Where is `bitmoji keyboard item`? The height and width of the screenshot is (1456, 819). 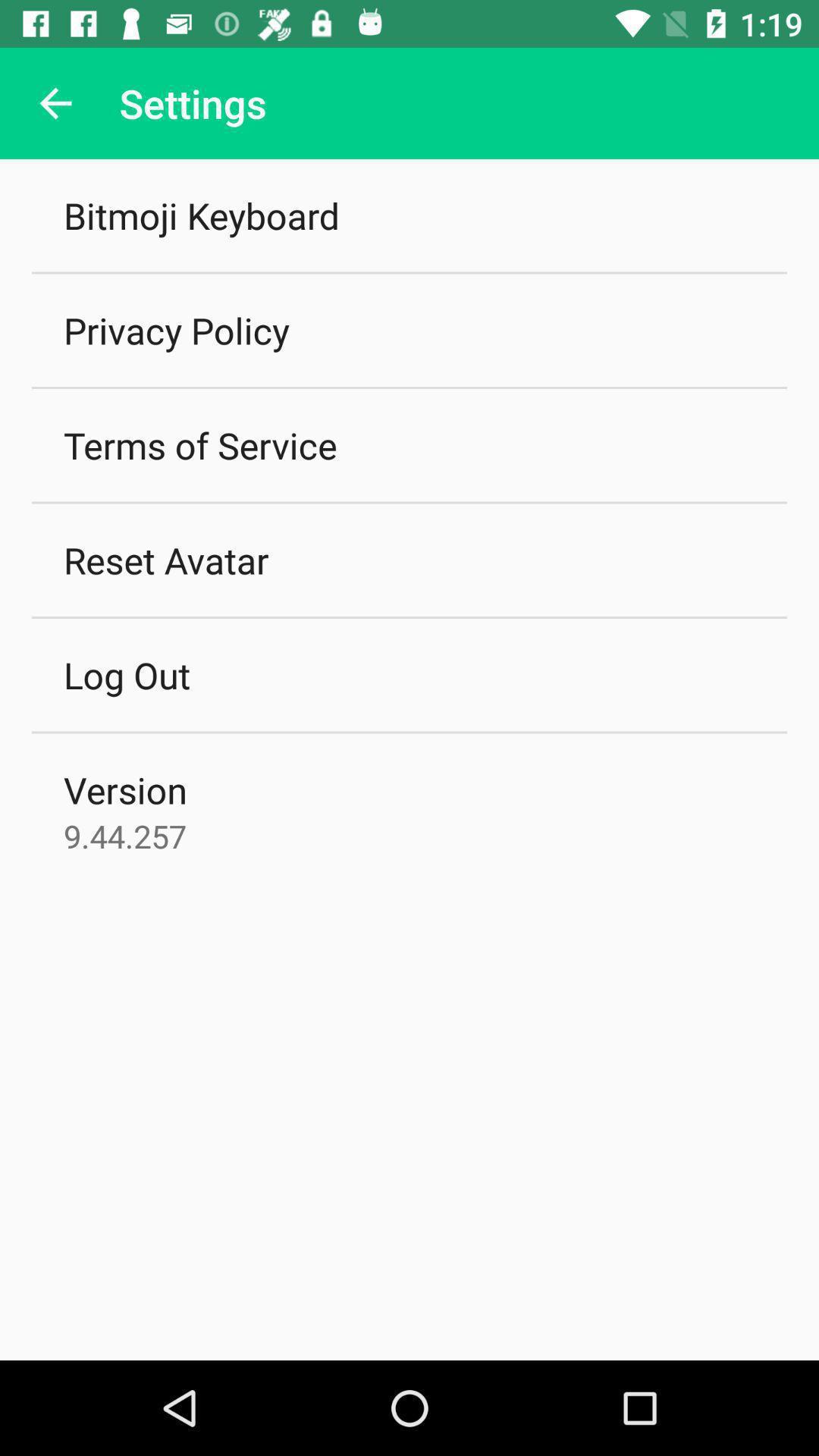
bitmoji keyboard item is located at coordinates (200, 215).